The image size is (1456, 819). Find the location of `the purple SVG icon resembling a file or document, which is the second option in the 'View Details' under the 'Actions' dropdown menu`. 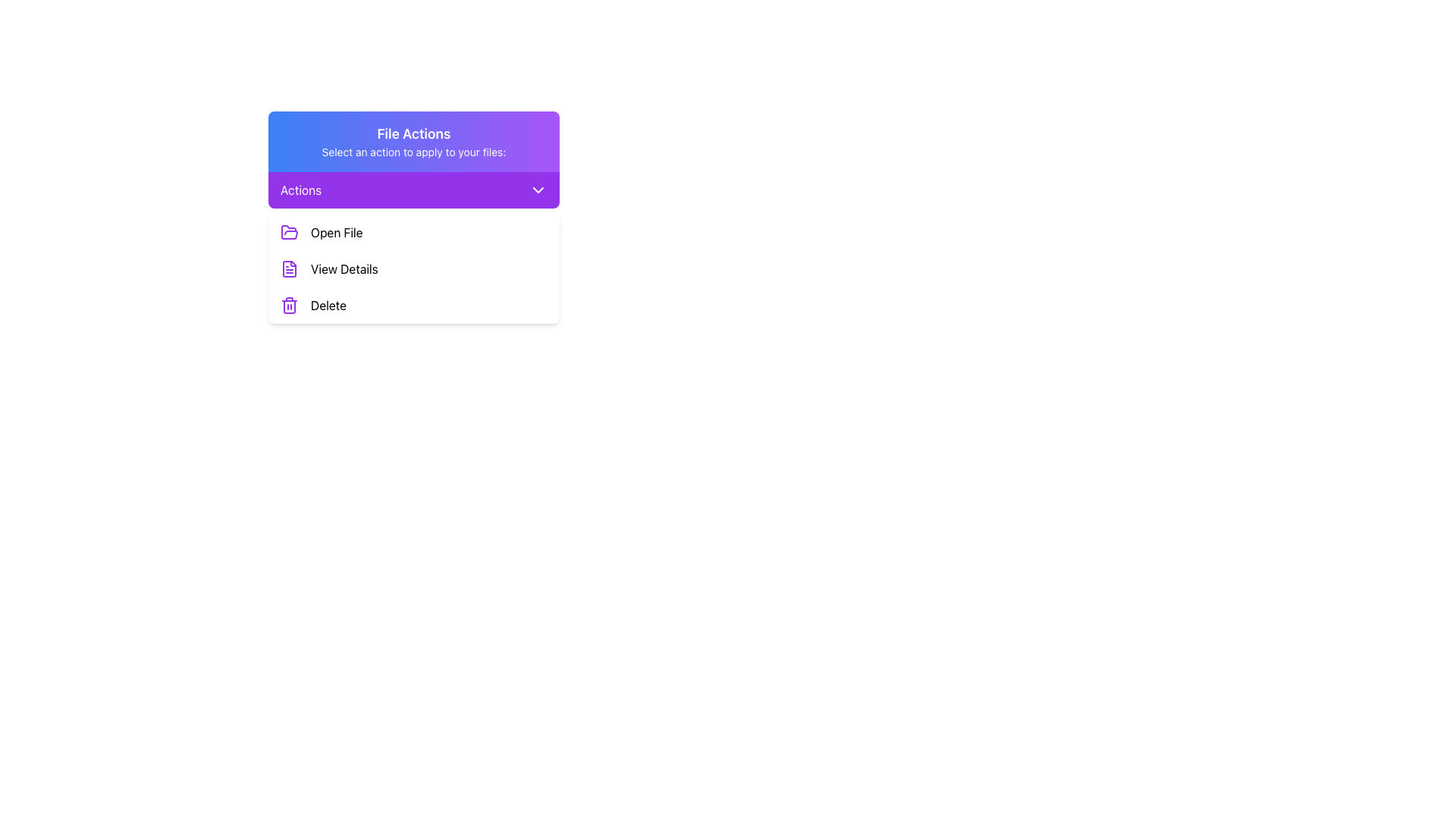

the purple SVG icon resembling a file or document, which is the second option in the 'View Details' under the 'Actions' dropdown menu is located at coordinates (290, 268).